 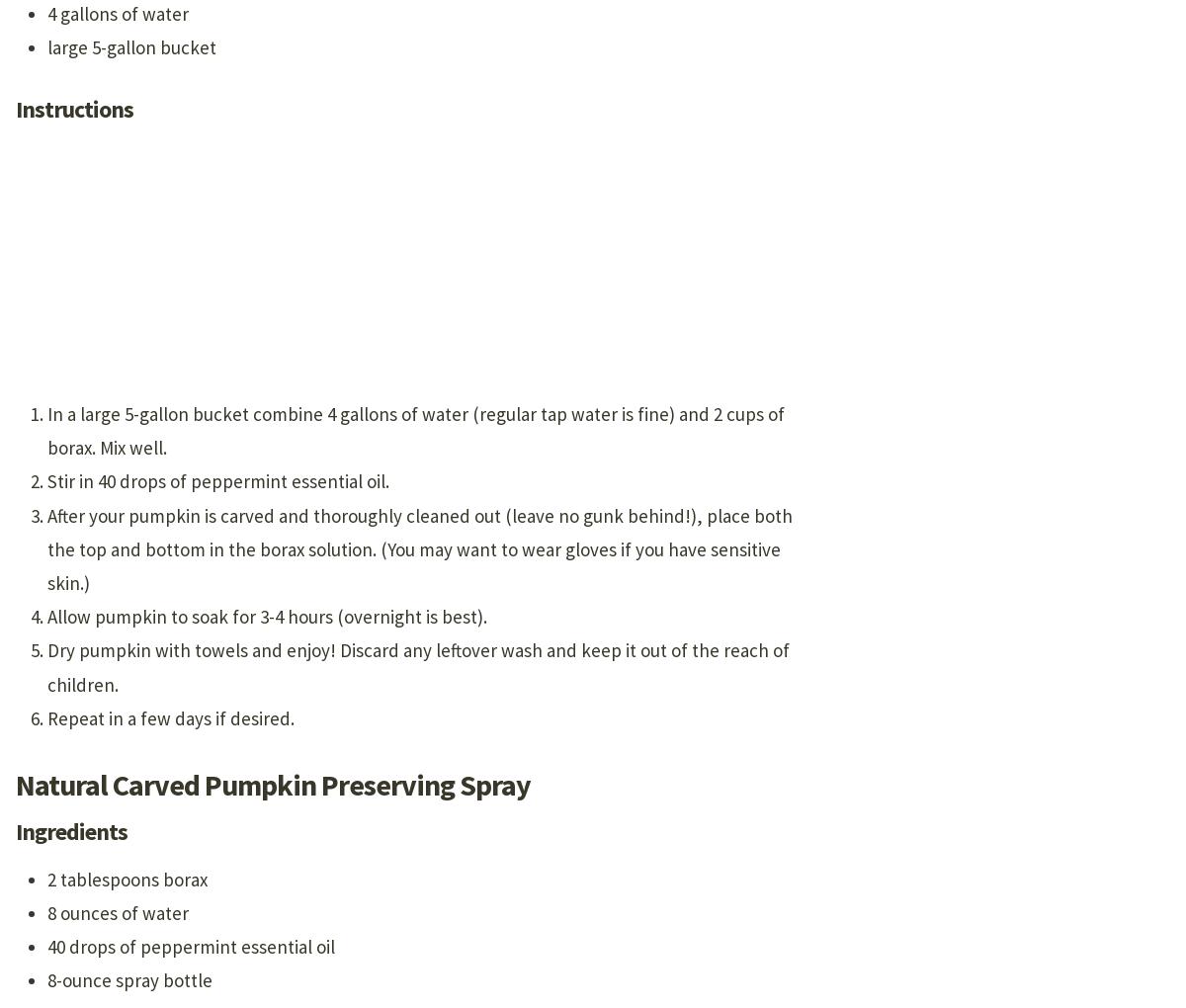 What do you see at coordinates (15, 830) in the screenshot?
I see `'Ingredients'` at bounding box center [15, 830].